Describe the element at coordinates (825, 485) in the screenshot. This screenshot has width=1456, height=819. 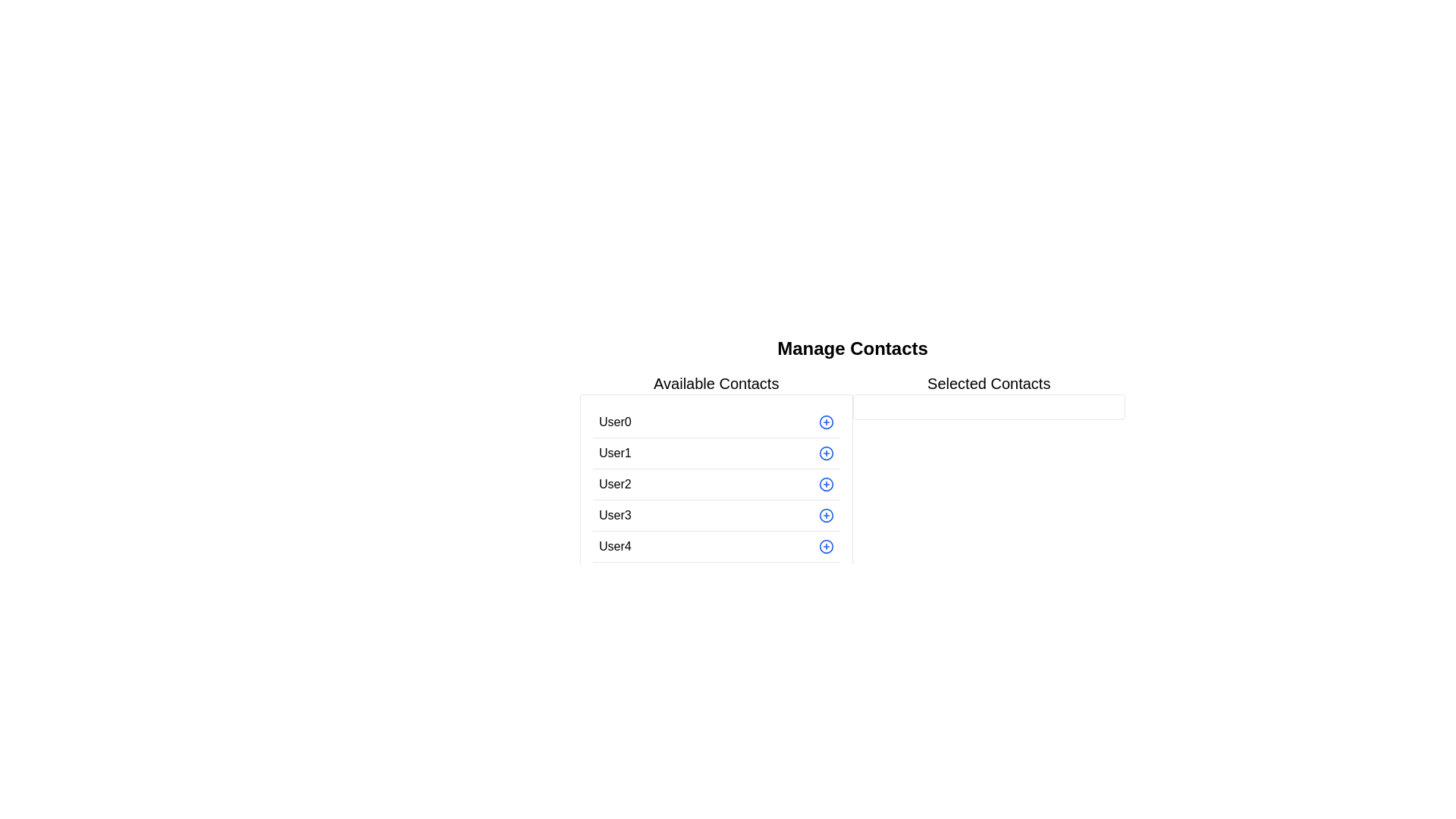
I see `the circular blue plus sign button located on the far right of the row labeled 'User2' in the 'Available Contacts' list` at that location.